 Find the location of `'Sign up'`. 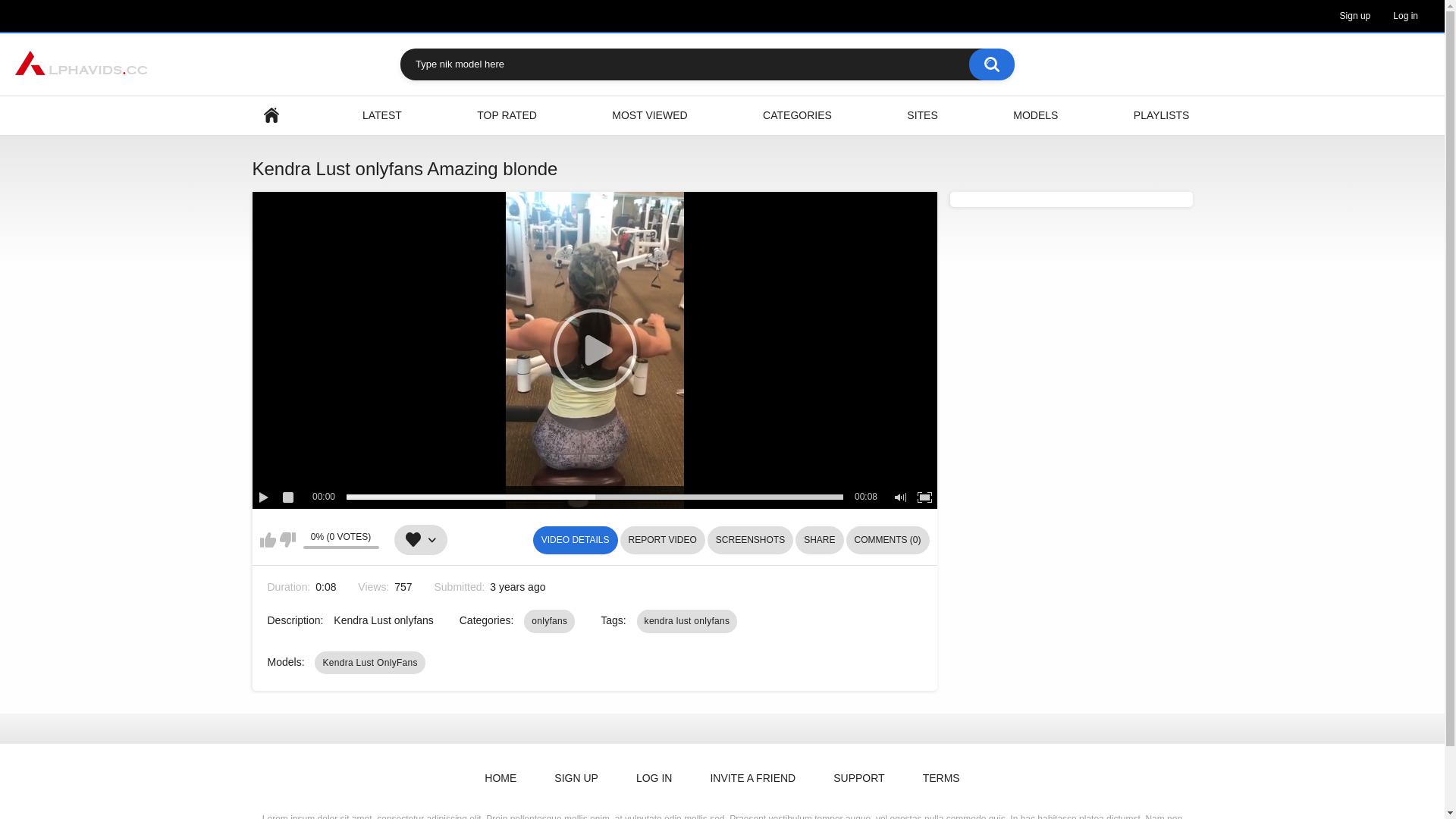

'Sign up' is located at coordinates (1355, 15).